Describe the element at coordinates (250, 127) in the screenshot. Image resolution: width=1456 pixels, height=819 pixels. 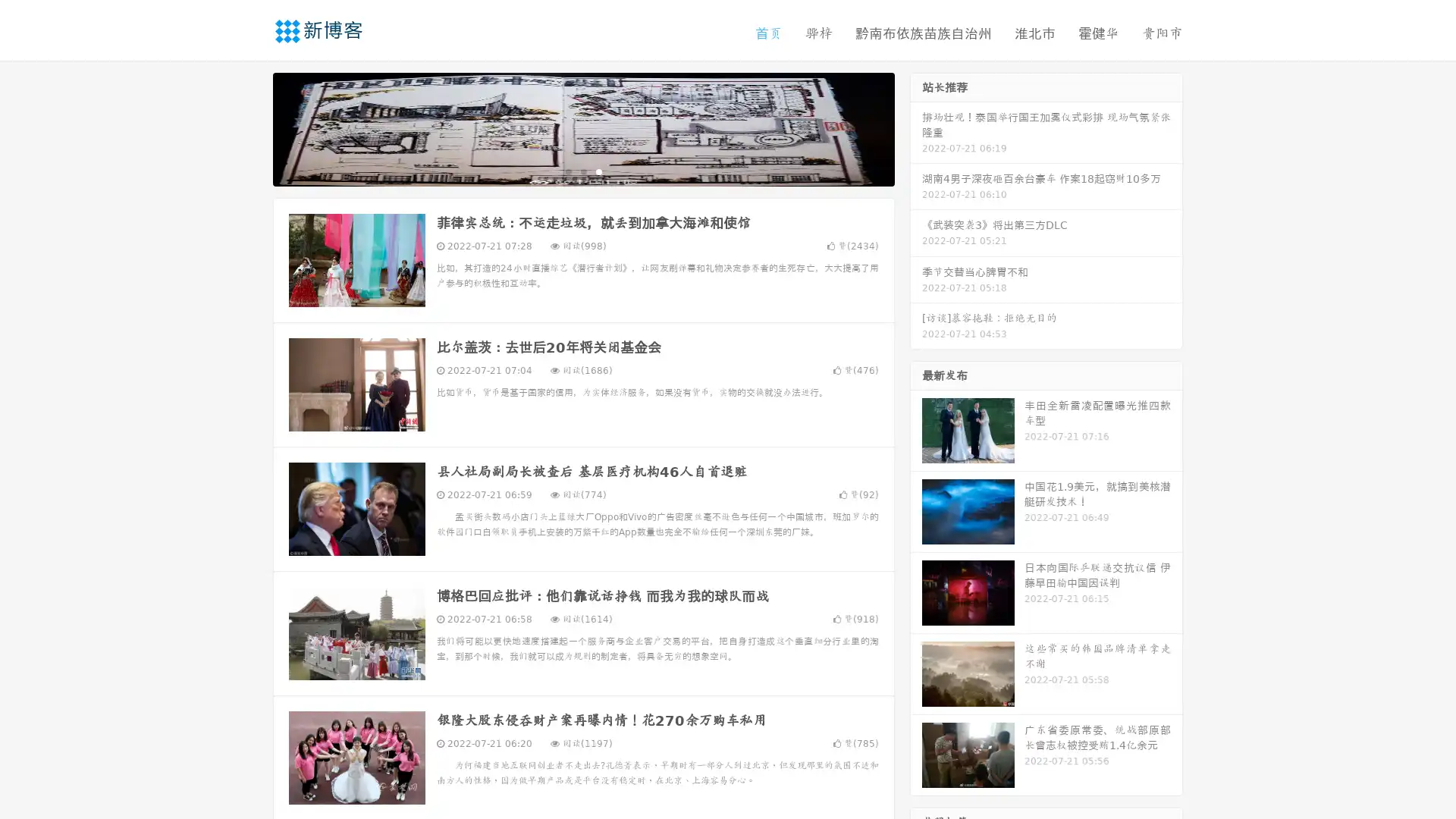
I see `Previous slide` at that location.